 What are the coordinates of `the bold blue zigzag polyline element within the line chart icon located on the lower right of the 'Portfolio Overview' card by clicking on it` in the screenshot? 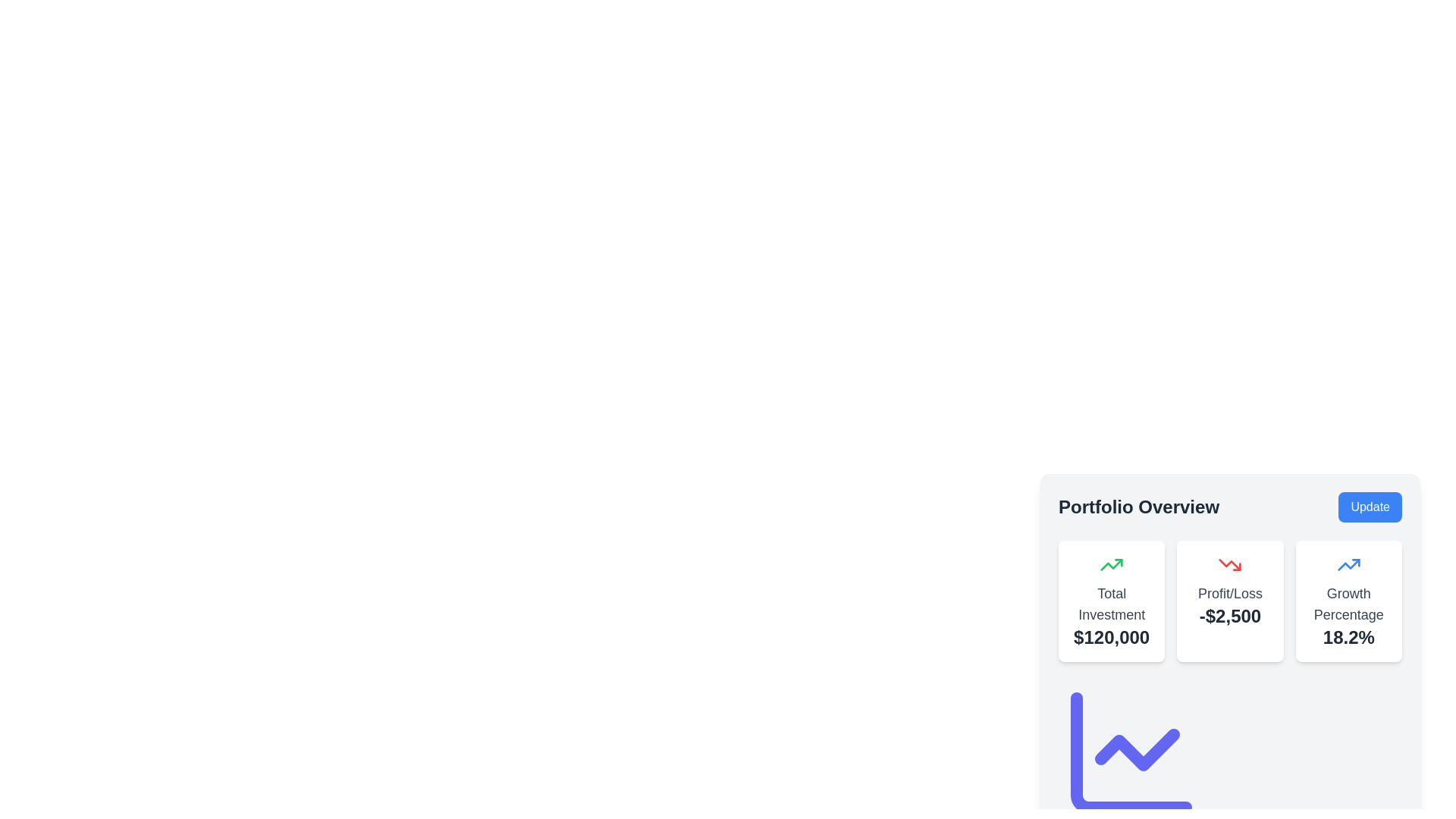 It's located at (1348, 564).